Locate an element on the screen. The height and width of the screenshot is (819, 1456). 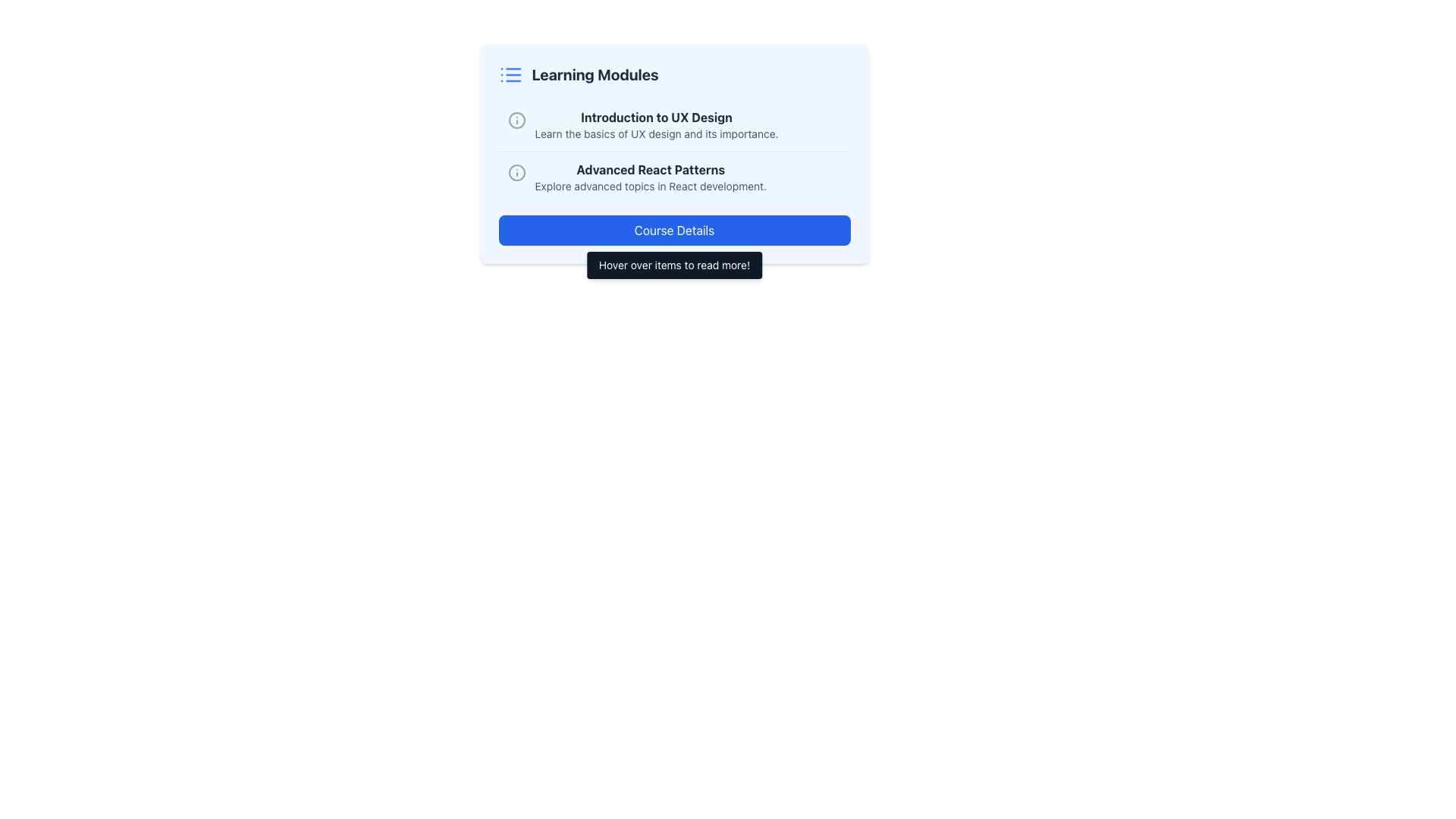
the informational icon located to the left of the 'Advanced React Patterns' text in the 'Learning Modules' section is located at coordinates (516, 171).